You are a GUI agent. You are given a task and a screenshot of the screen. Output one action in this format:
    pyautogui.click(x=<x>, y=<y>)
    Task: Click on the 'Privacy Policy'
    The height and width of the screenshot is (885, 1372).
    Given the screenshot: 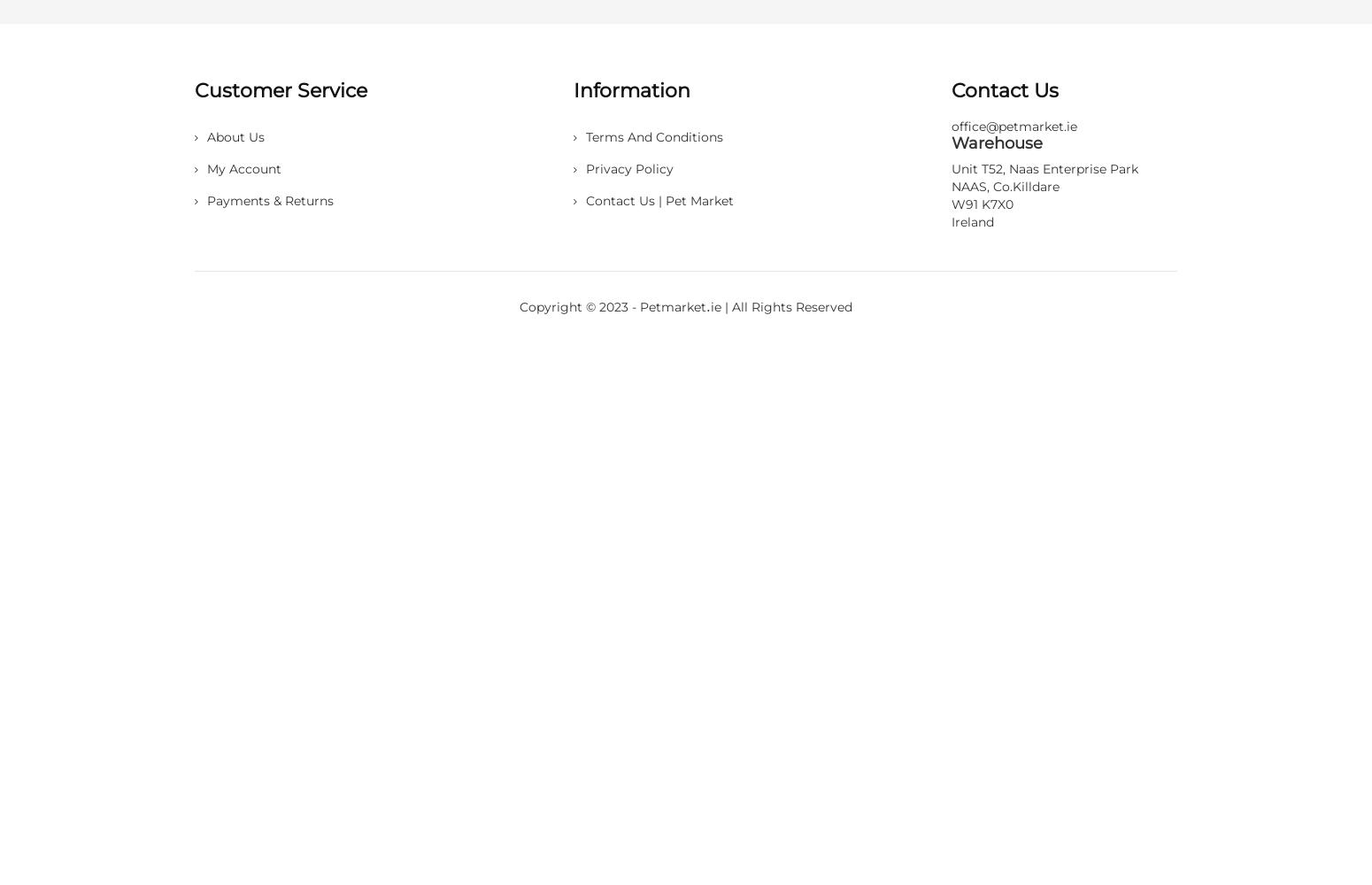 What is the action you would take?
    pyautogui.click(x=628, y=168)
    